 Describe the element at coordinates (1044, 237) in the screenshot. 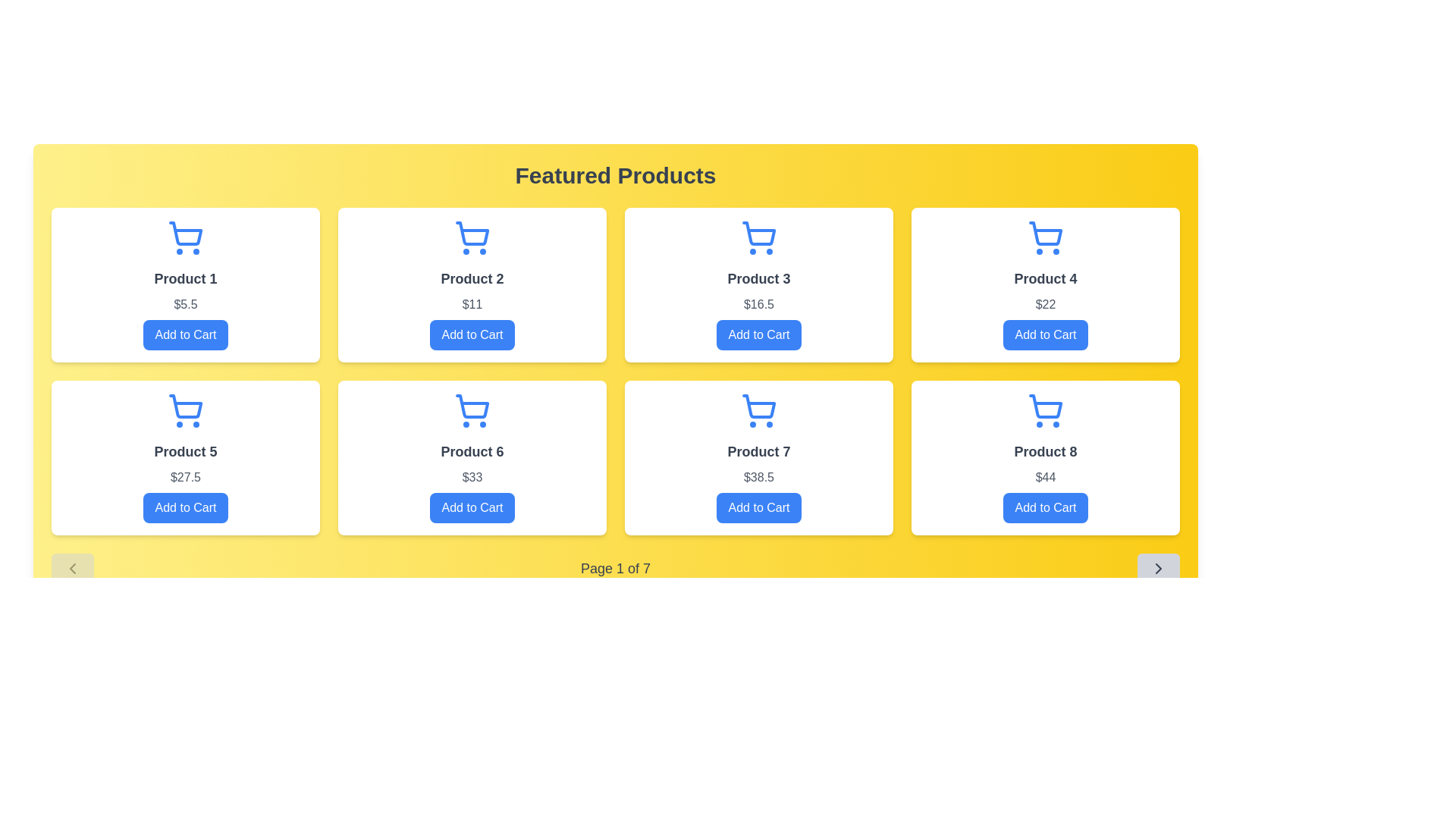

I see `the blue shopping cart icon located at the top-center of the fourth product card, which is above the product details and the 'Add to Cart' button` at that location.